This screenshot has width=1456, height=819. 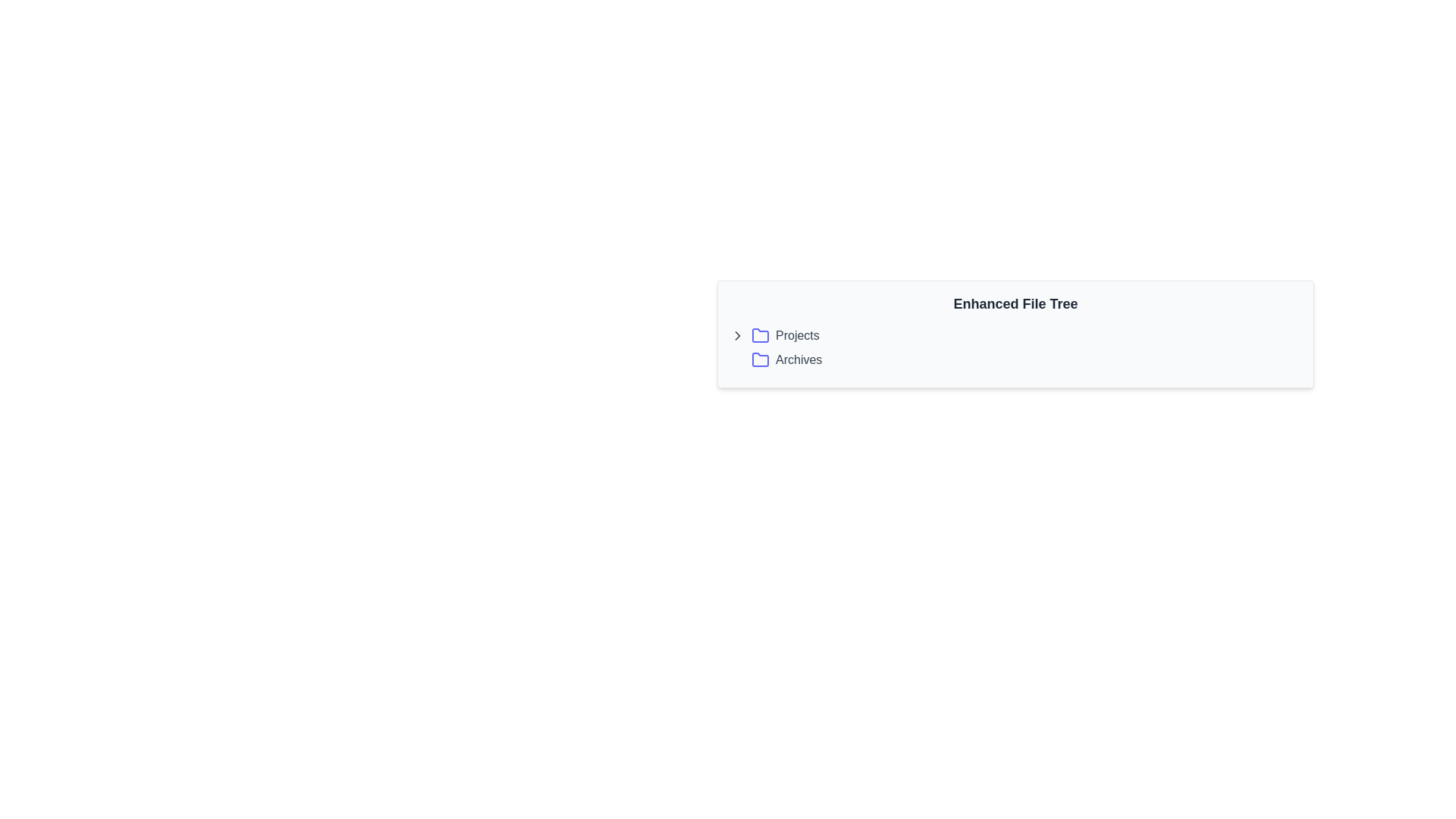 What do you see at coordinates (761, 335) in the screenshot?
I see `the folder icon in the 'Projects' row of the file tree interface, which is styled with blue strokes and rounded corners, located between a chevron icon and the text label 'Projects'` at bounding box center [761, 335].